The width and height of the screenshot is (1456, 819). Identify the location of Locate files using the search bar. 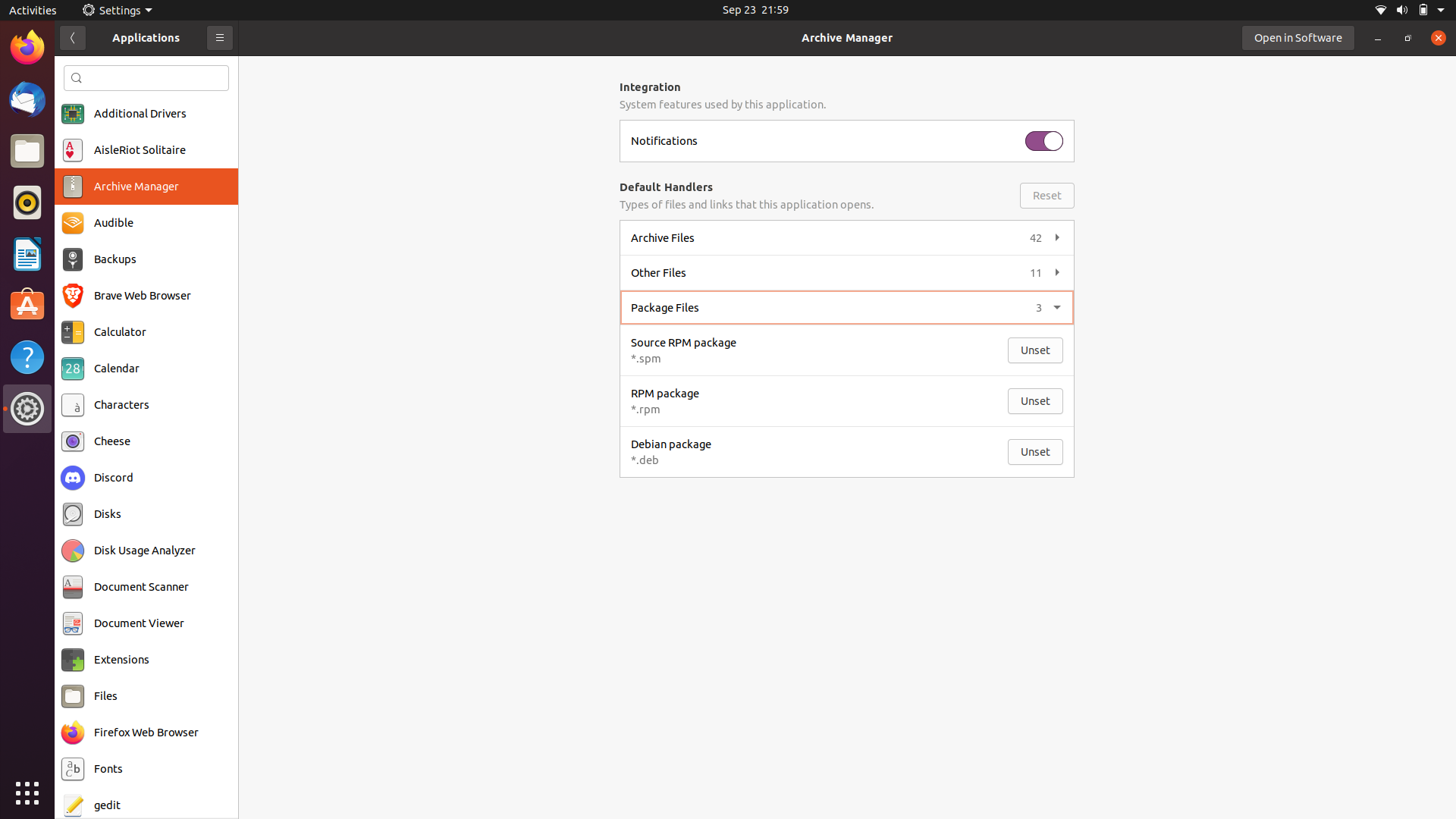
(146, 77).